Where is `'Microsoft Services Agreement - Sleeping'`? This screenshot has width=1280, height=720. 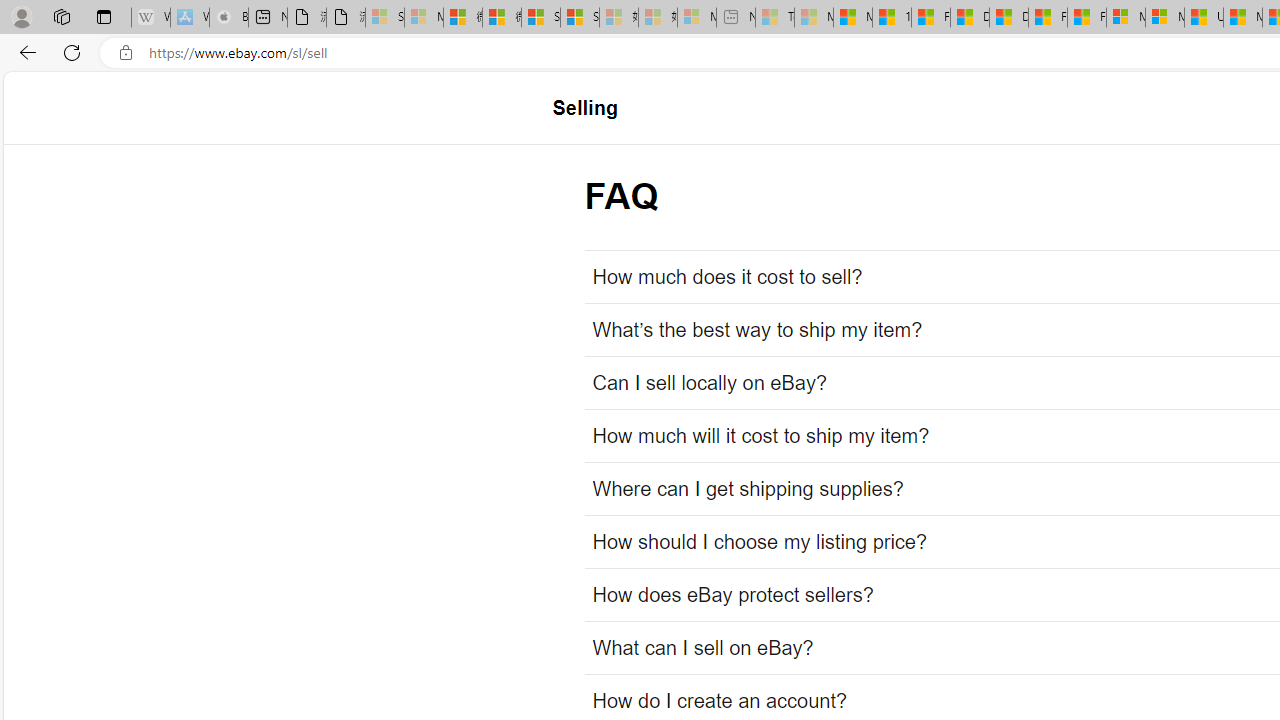
'Microsoft Services Agreement - Sleeping' is located at coordinates (422, 17).